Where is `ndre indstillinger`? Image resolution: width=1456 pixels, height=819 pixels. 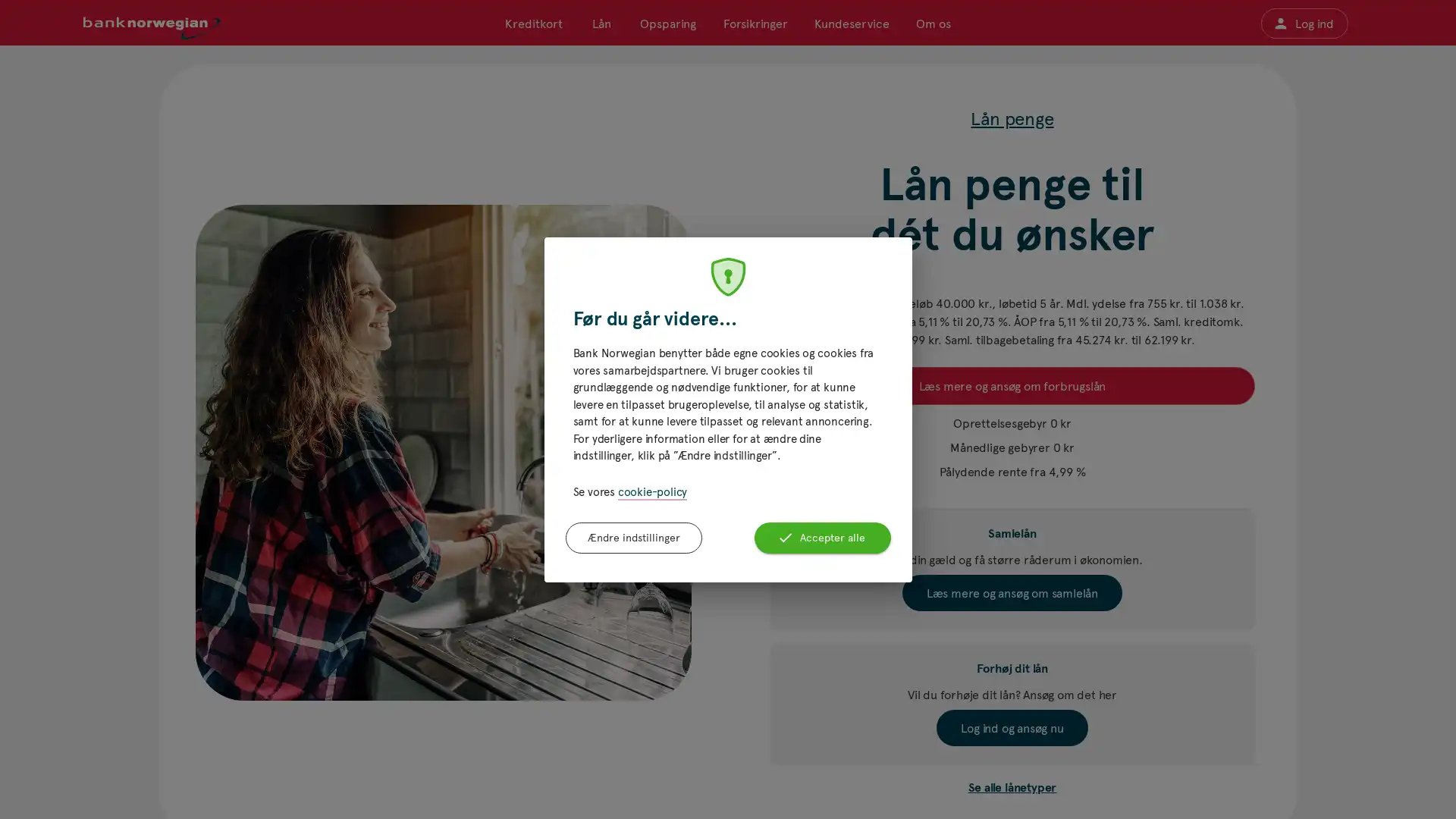
ndre indstillinger is located at coordinates (633, 537).